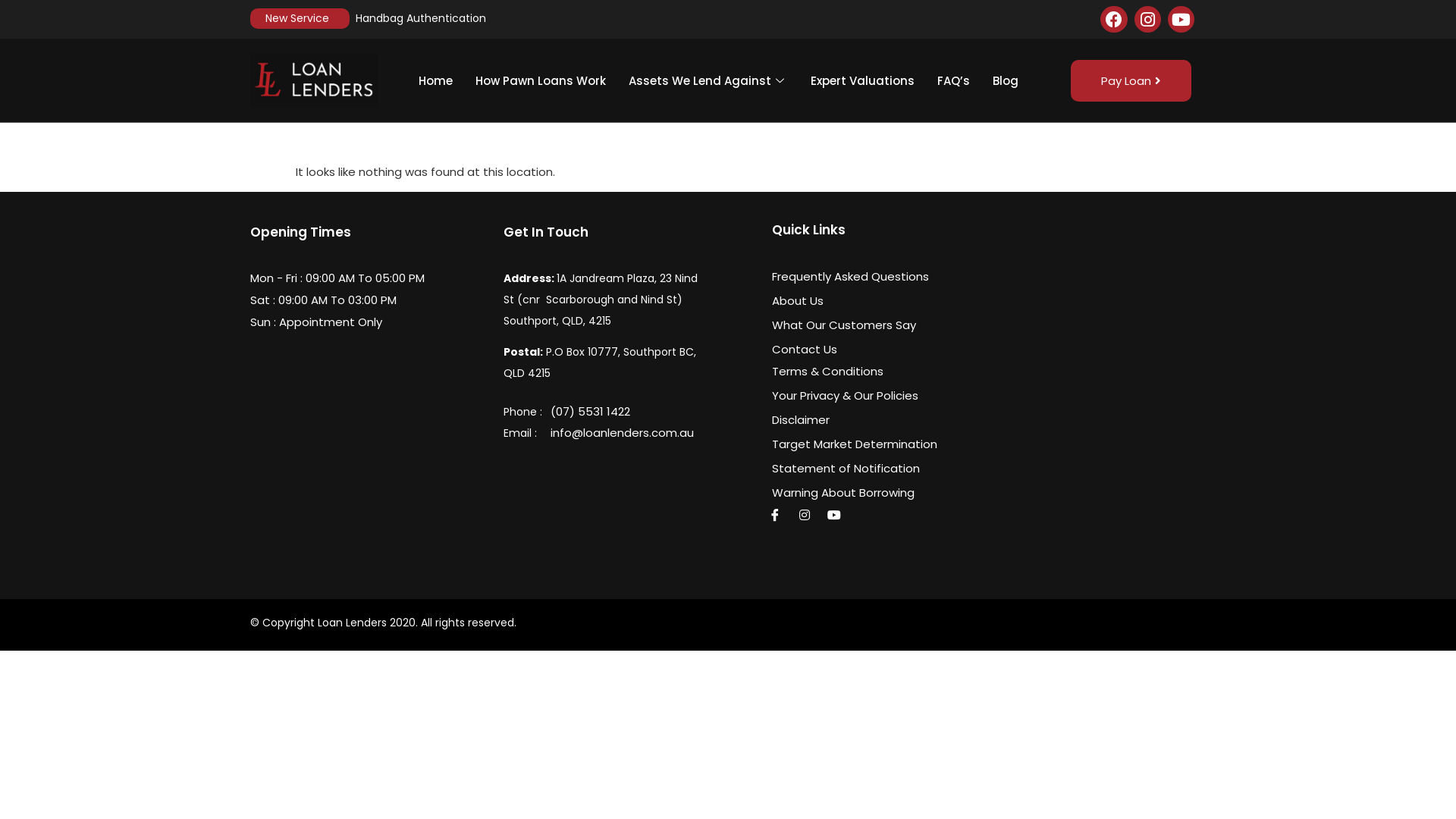 The width and height of the screenshot is (1456, 819). I want to click on 'Warning About Borrowing', so click(865, 492).